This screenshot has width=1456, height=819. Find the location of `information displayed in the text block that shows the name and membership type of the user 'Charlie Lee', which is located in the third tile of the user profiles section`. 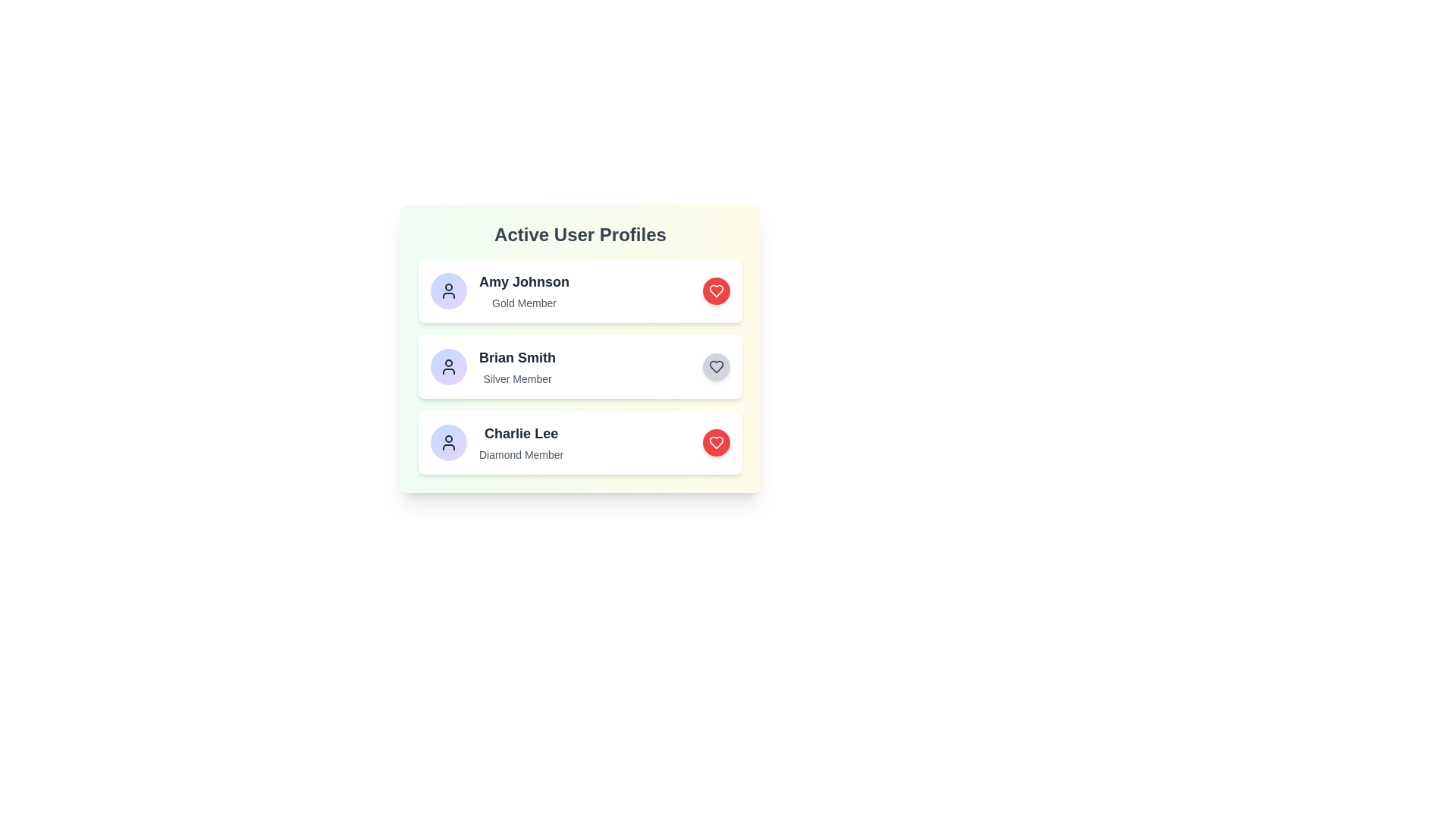

information displayed in the text block that shows the name and membership type of the user 'Charlie Lee', which is located in the third tile of the user profiles section is located at coordinates (521, 442).